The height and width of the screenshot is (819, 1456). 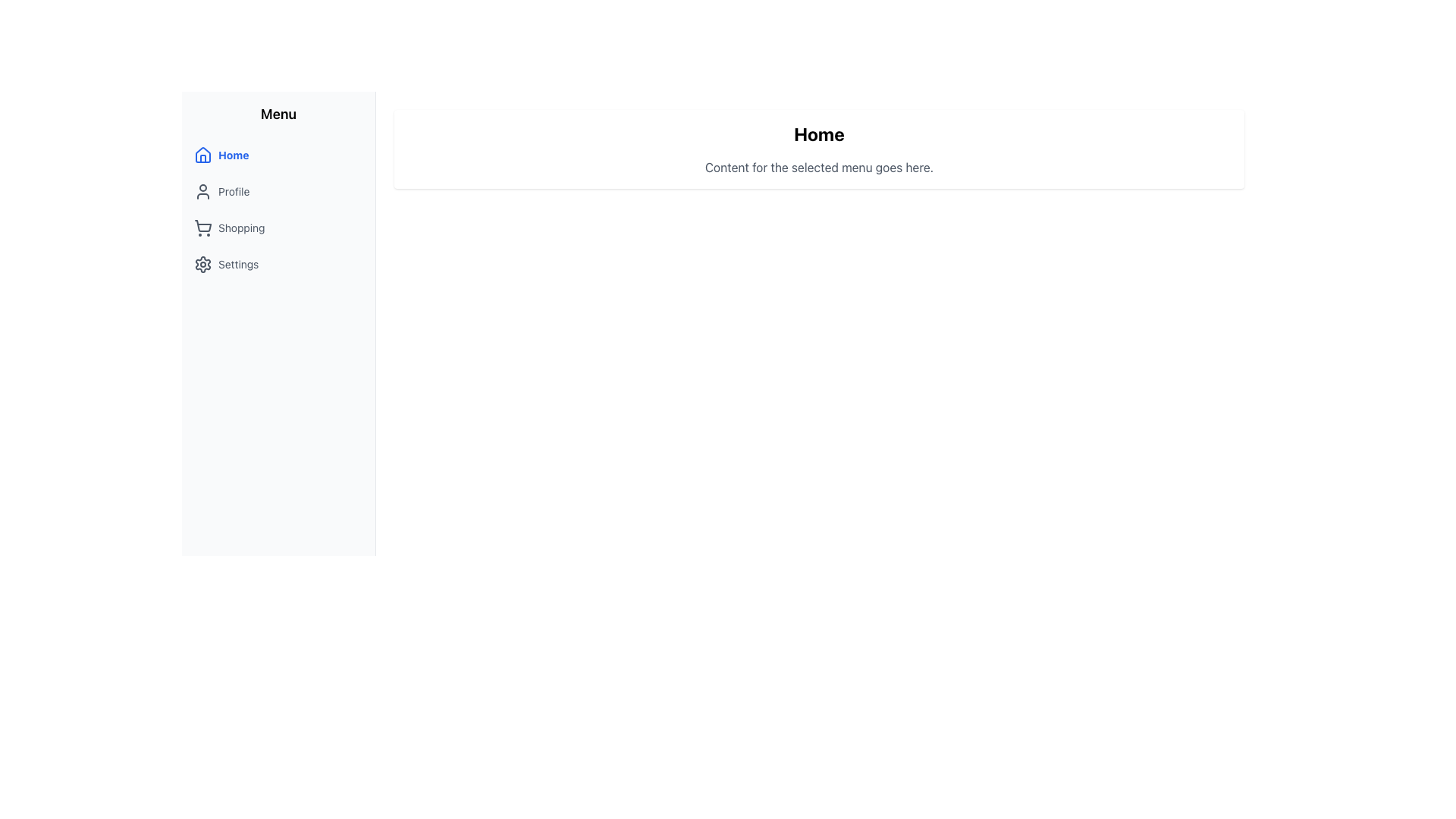 What do you see at coordinates (202, 227) in the screenshot?
I see `the shopping cart icon located in the sidebar menu under the 'Shopping' label, which is represented by a minimalist black outline` at bounding box center [202, 227].